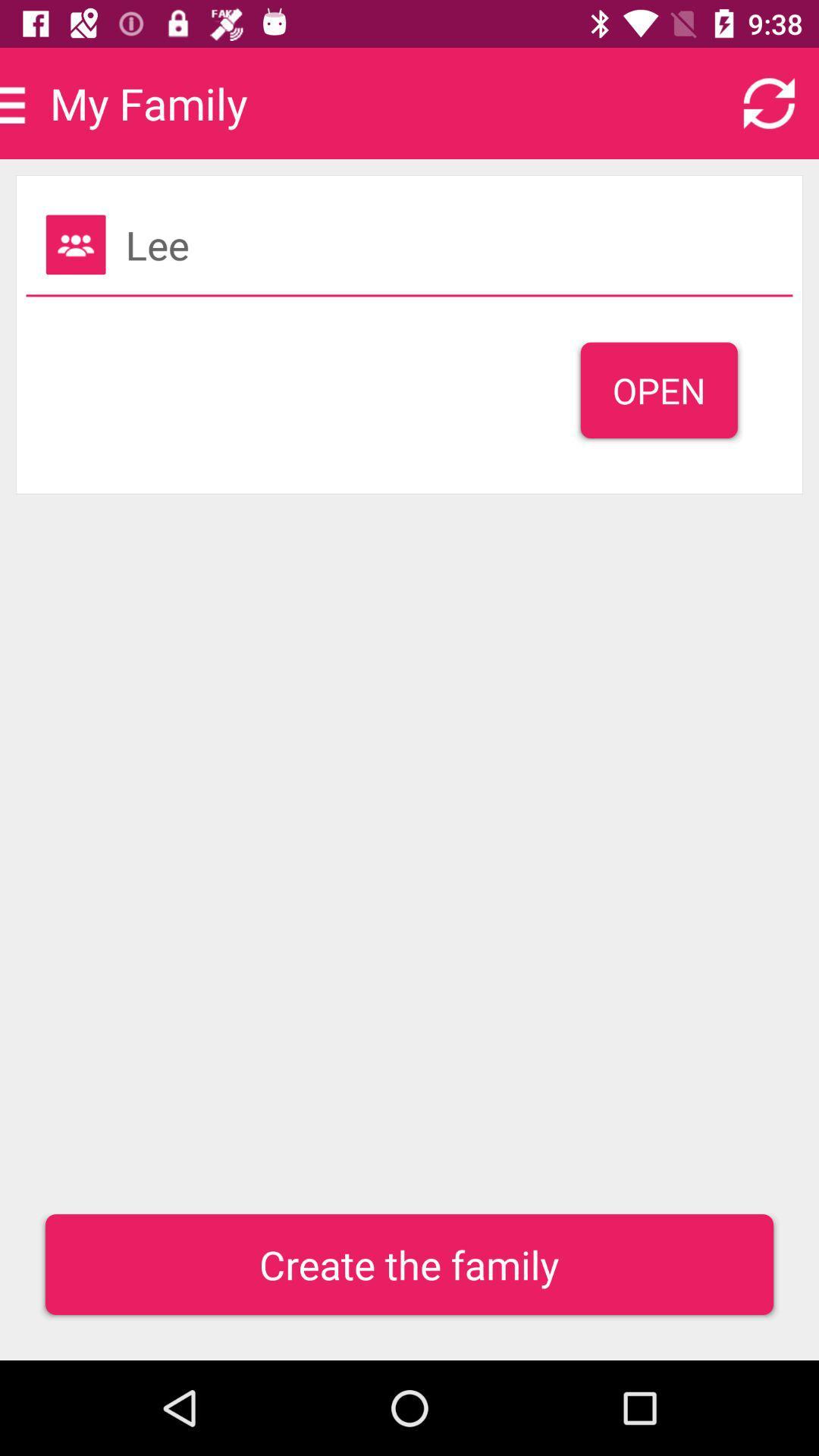 The width and height of the screenshot is (819, 1456). What do you see at coordinates (769, 102) in the screenshot?
I see `refresh page` at bounding box center [769, 102].